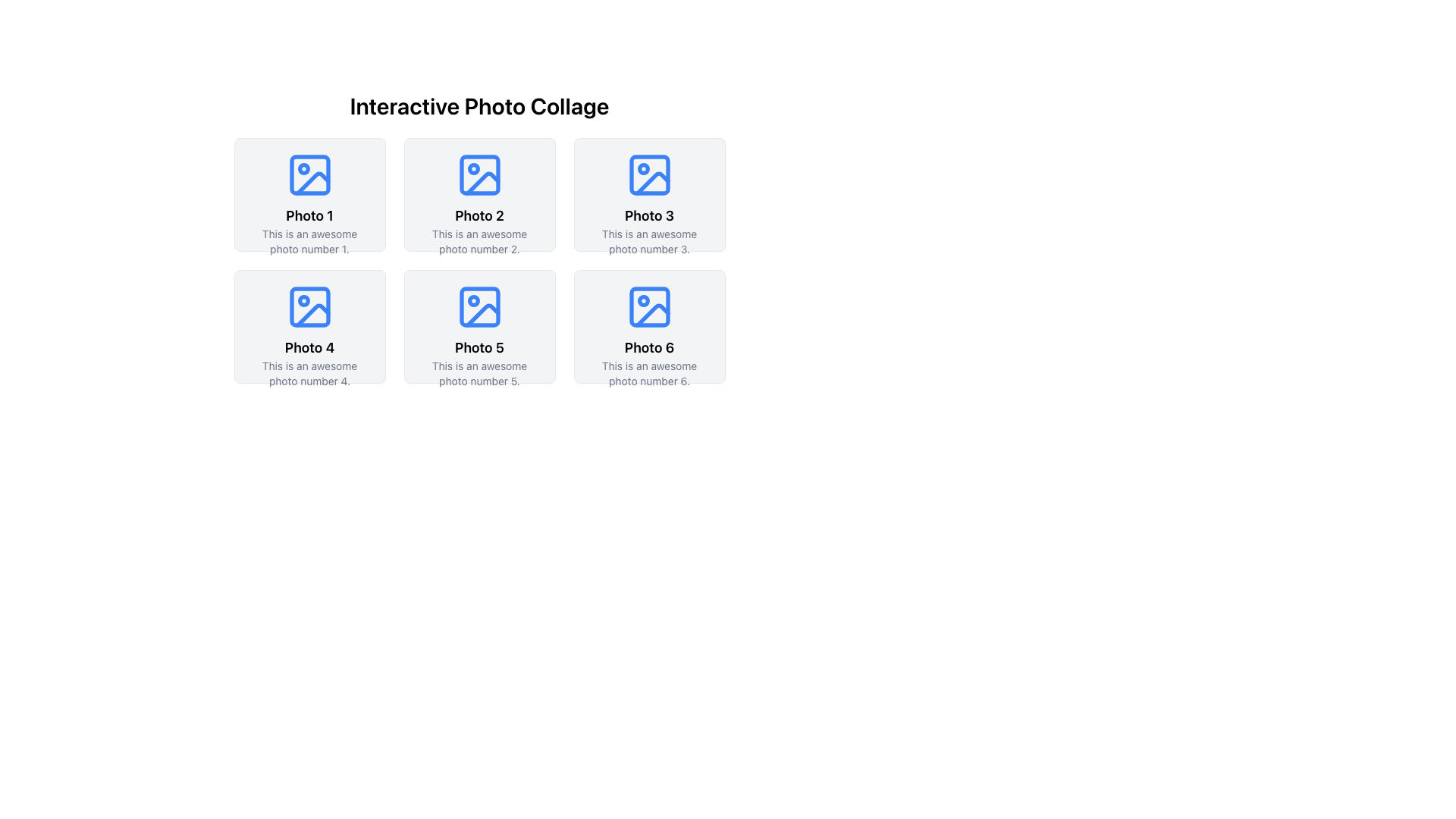 The image size is (1456, 819). Describe the element at coordinates (309, 374) in the screenshot. I see `the text block styled in a smaller gray font that contains the string 'This is an awesome photo number 4.' located below 'Photo 4'` at that location.